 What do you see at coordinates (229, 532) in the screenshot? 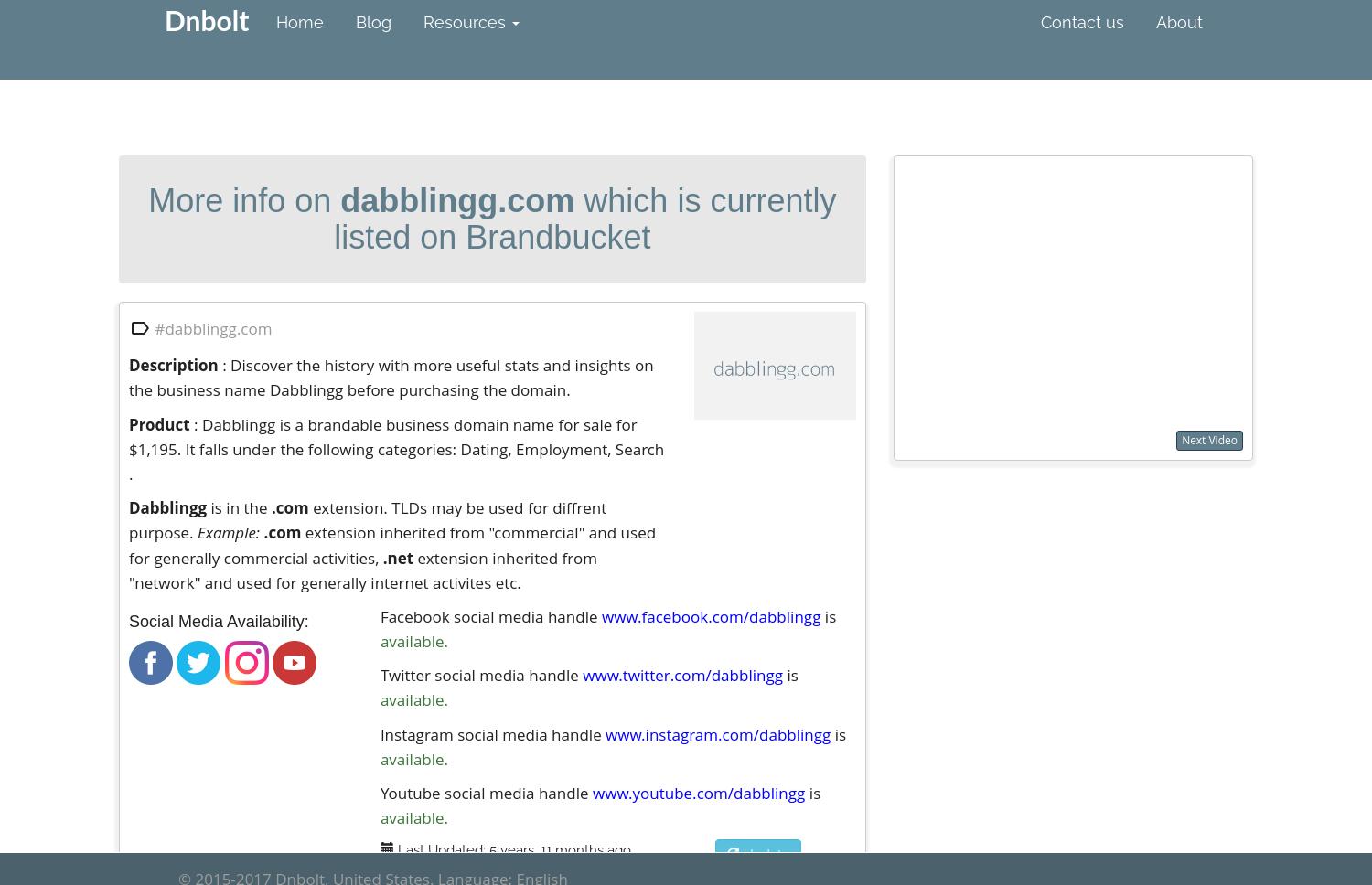
I see `'Example:'` at bounding box center [229, 532].